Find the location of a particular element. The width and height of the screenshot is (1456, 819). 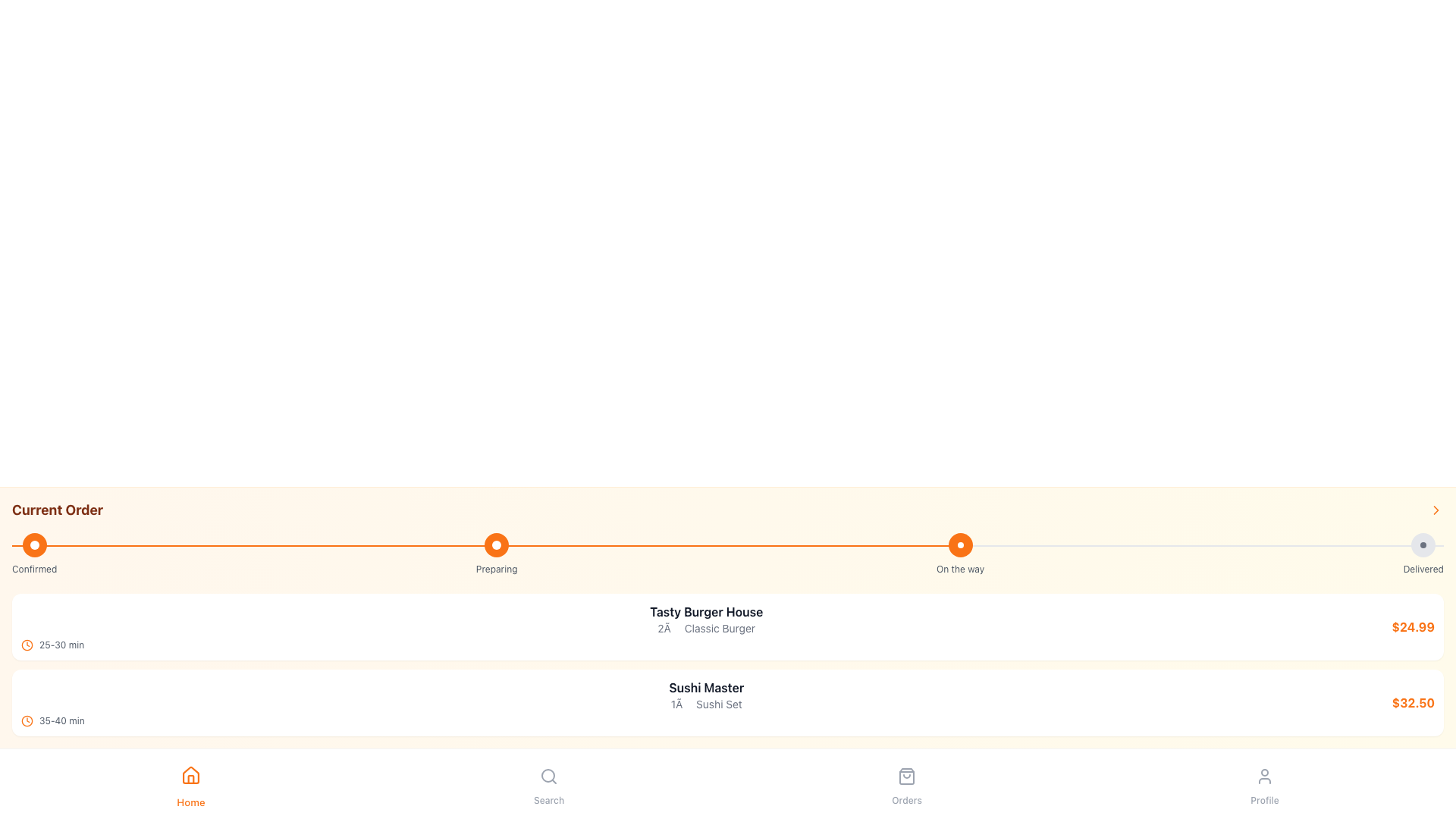

the small white circular shape that represents the 'Preparing' status in the order progress tracker, which is centered within a larger orange circular component is located at coordinates (497, 544).